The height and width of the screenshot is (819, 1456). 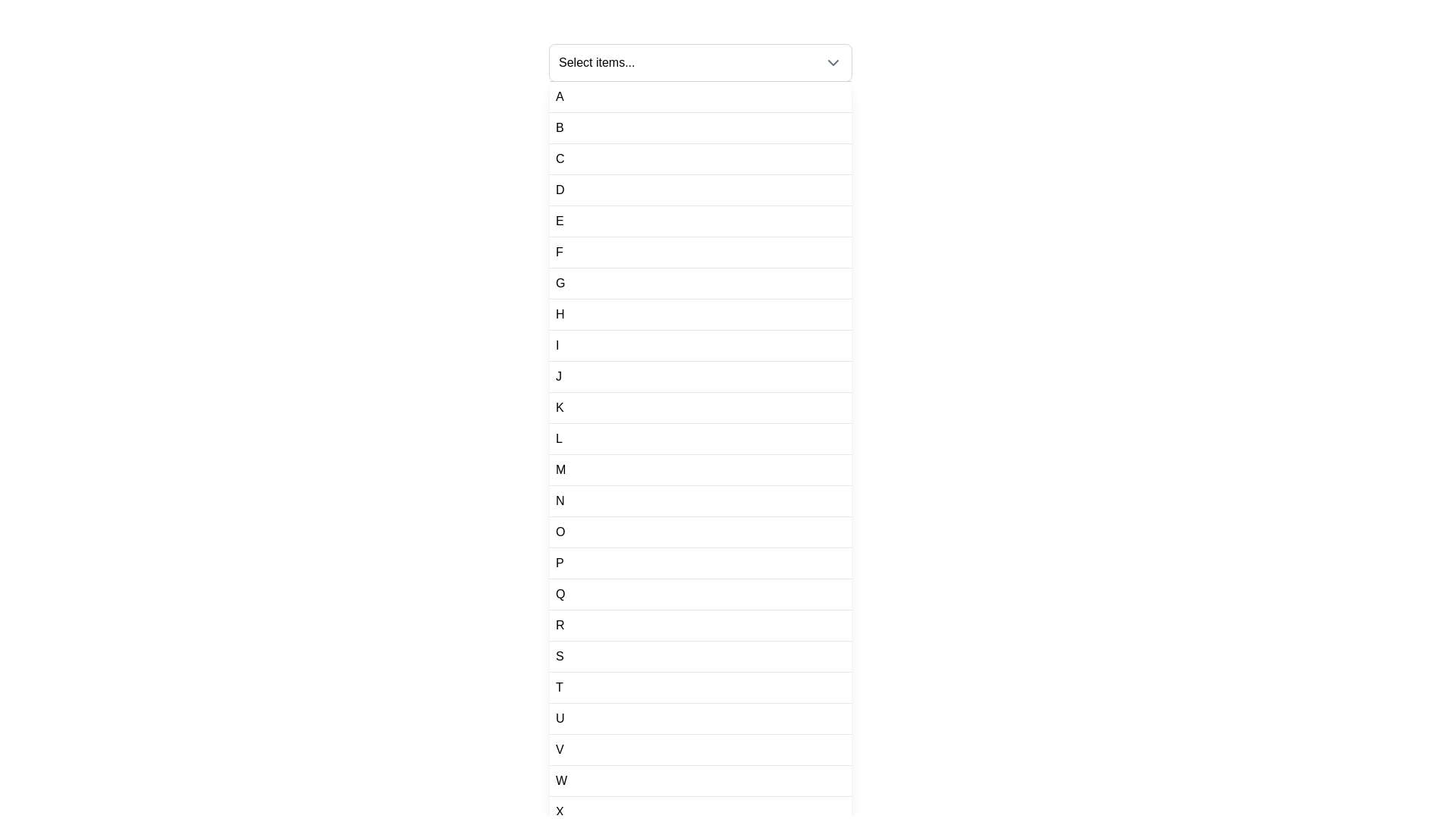 What do you see at coordinates (557, 345) in the screenshot?
I see `the text item representing the letter 'I' in the selectable list` at bounding box center [557, 345].